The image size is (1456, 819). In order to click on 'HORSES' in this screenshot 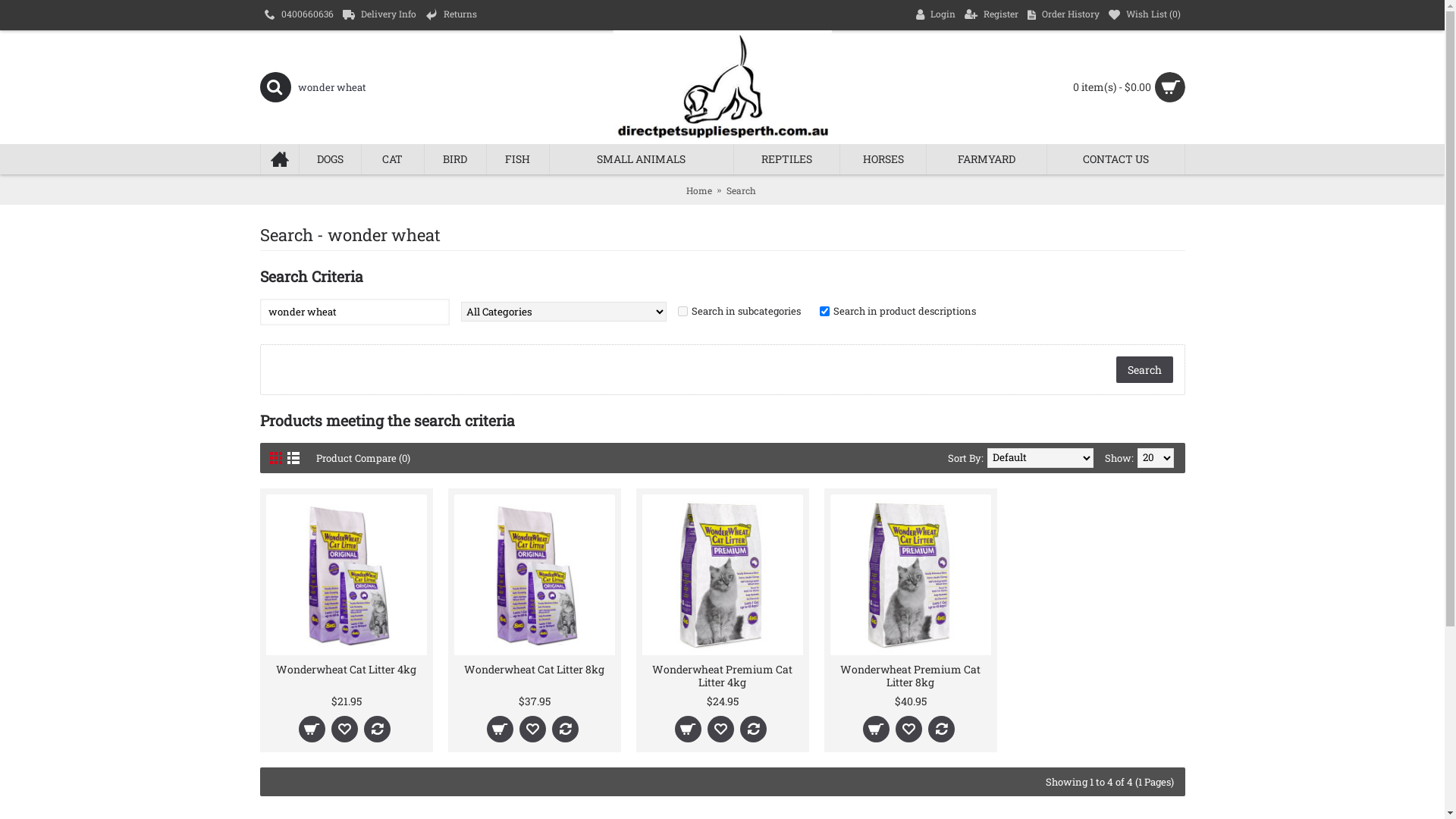, I will do `click(882, 158)`.